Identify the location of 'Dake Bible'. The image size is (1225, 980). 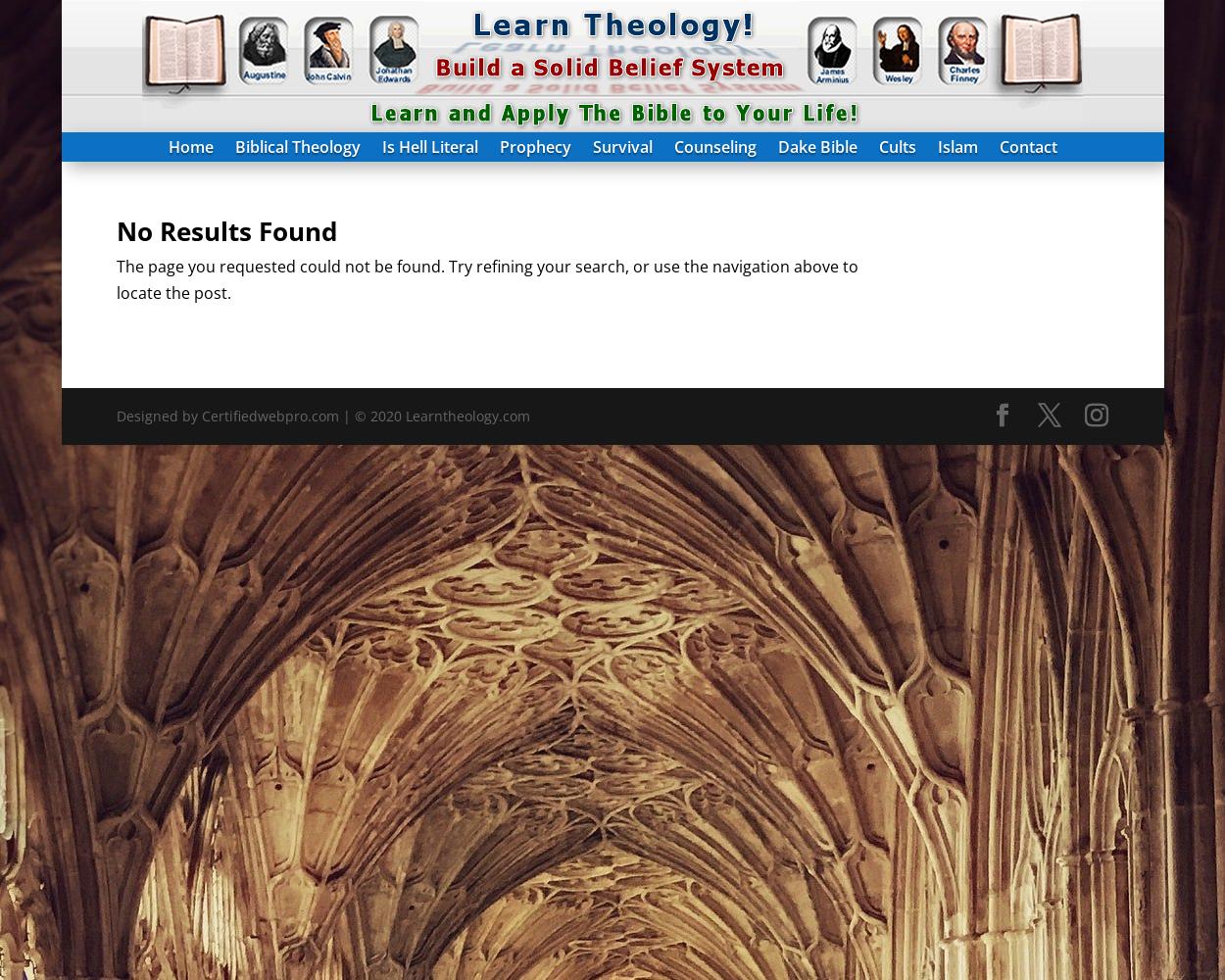
(815, 147).